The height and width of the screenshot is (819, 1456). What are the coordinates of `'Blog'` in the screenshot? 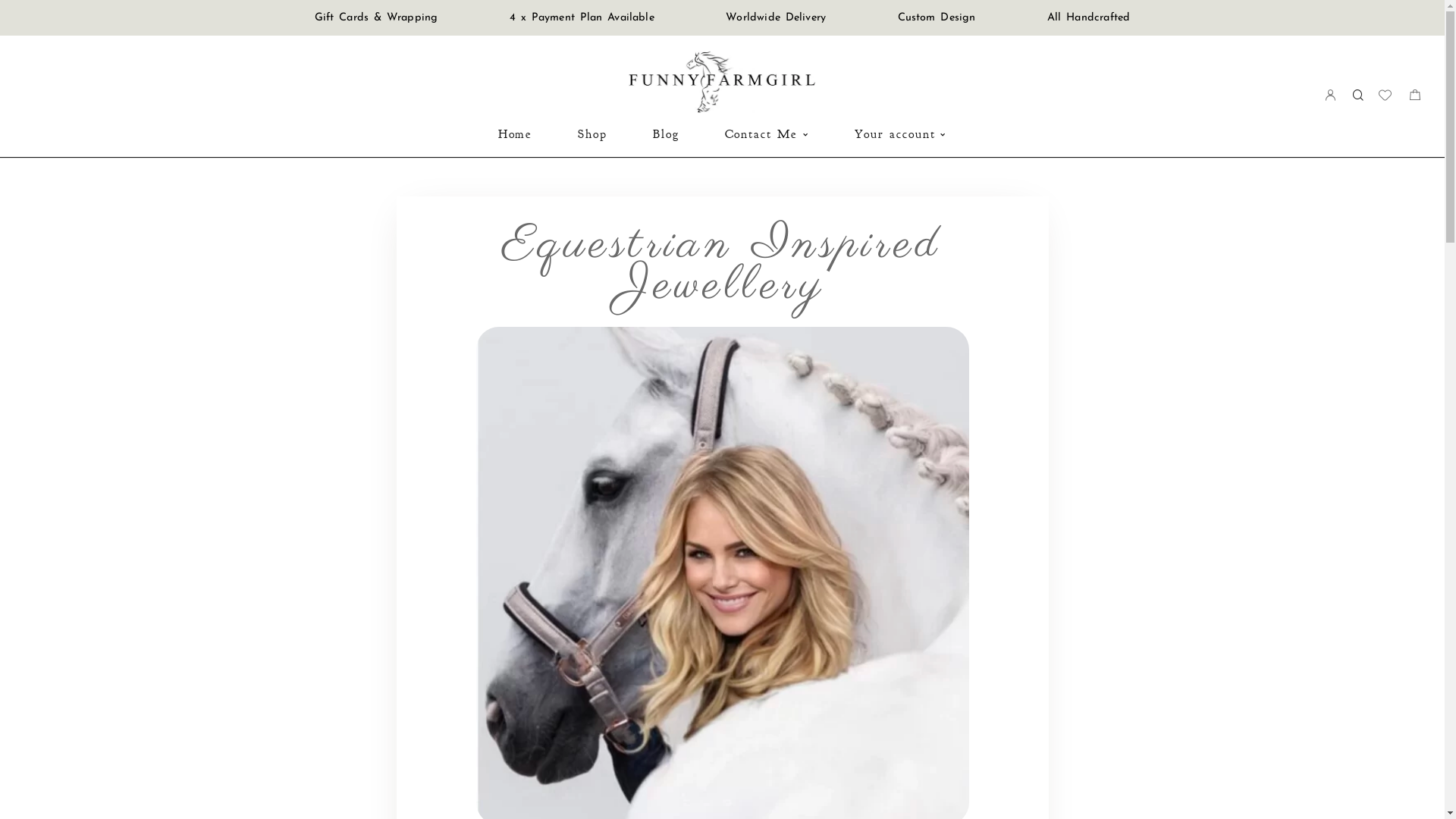 It's located at (629, 133).